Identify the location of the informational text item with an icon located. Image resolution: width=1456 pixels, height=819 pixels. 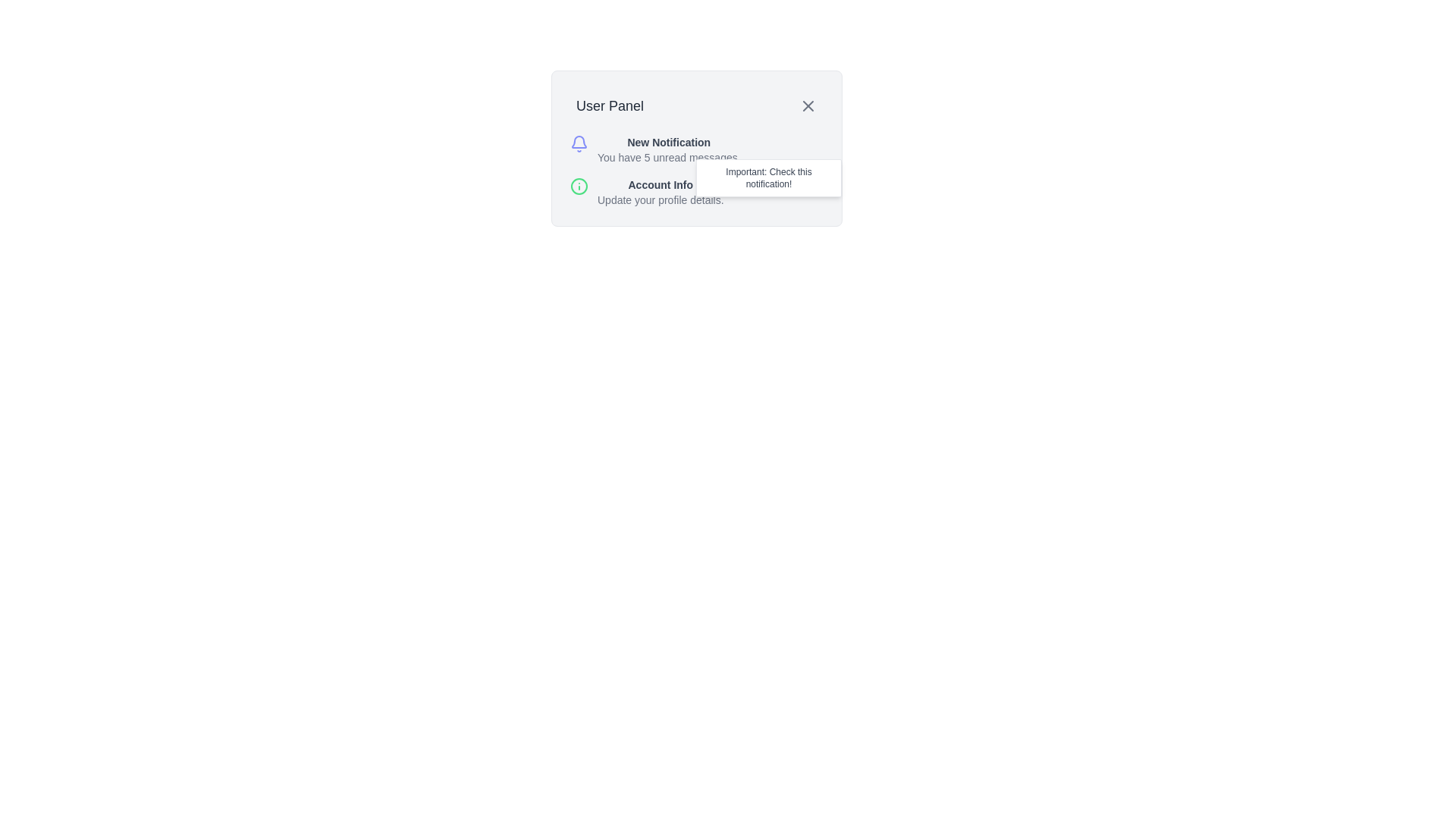
(695, 192).